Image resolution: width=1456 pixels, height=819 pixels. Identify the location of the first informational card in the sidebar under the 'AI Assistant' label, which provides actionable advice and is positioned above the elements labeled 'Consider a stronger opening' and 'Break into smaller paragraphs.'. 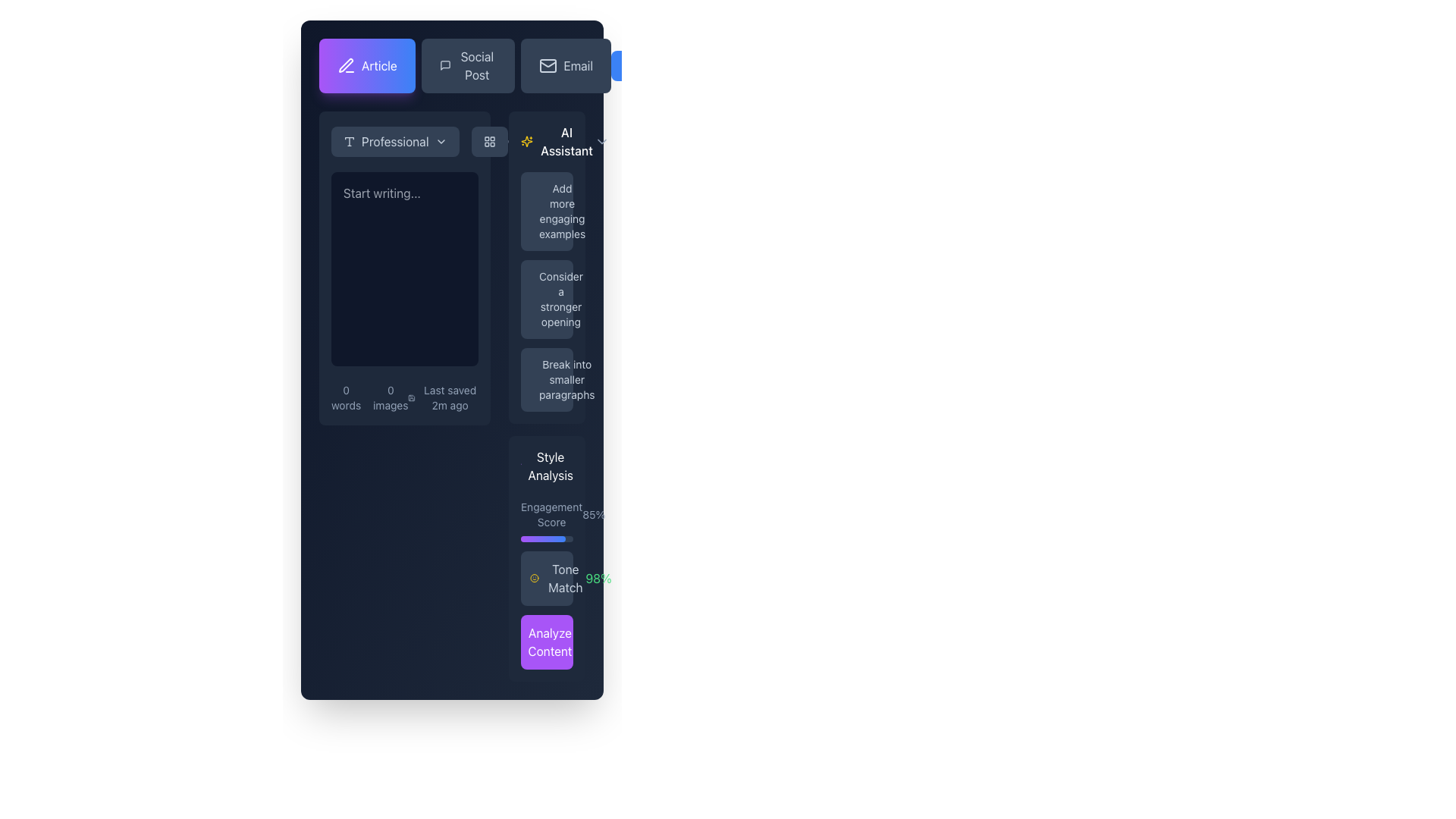
(546, 211).